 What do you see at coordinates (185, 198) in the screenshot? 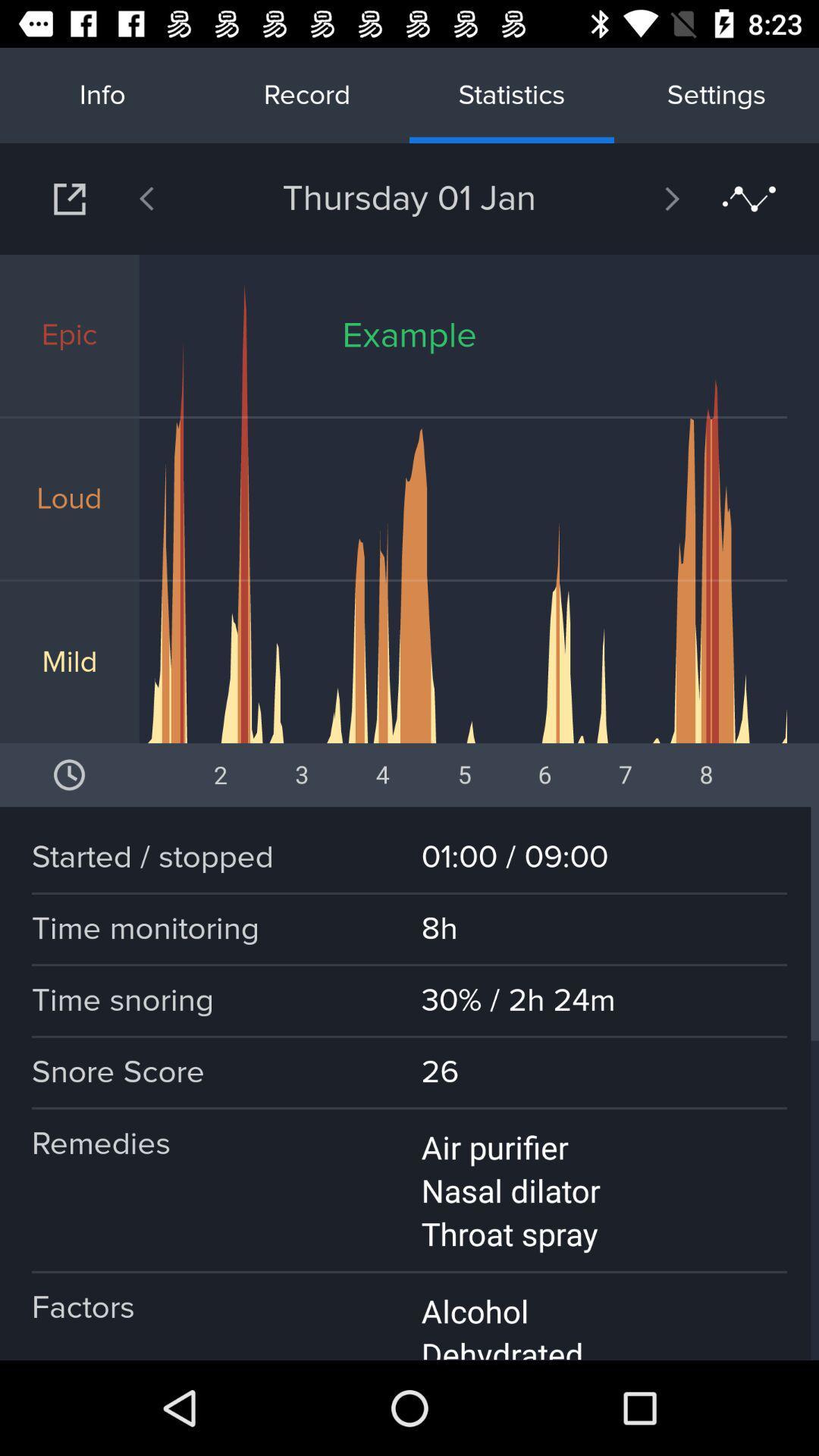
I see `the app to the left of the thursday 01 jan icon` at bounding box center [185, 198].